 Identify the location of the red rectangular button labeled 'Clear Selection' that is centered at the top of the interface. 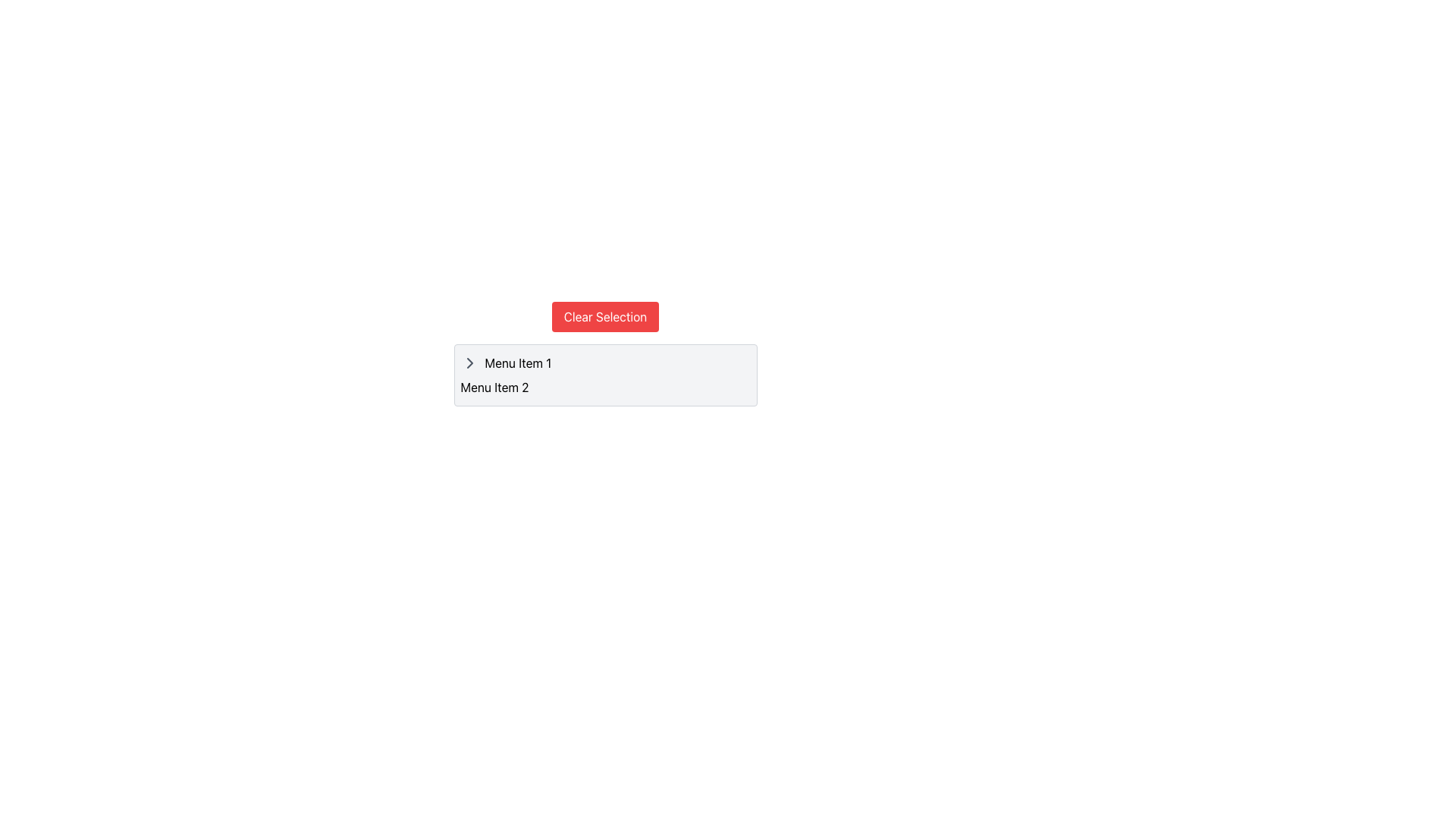
(604, 315).